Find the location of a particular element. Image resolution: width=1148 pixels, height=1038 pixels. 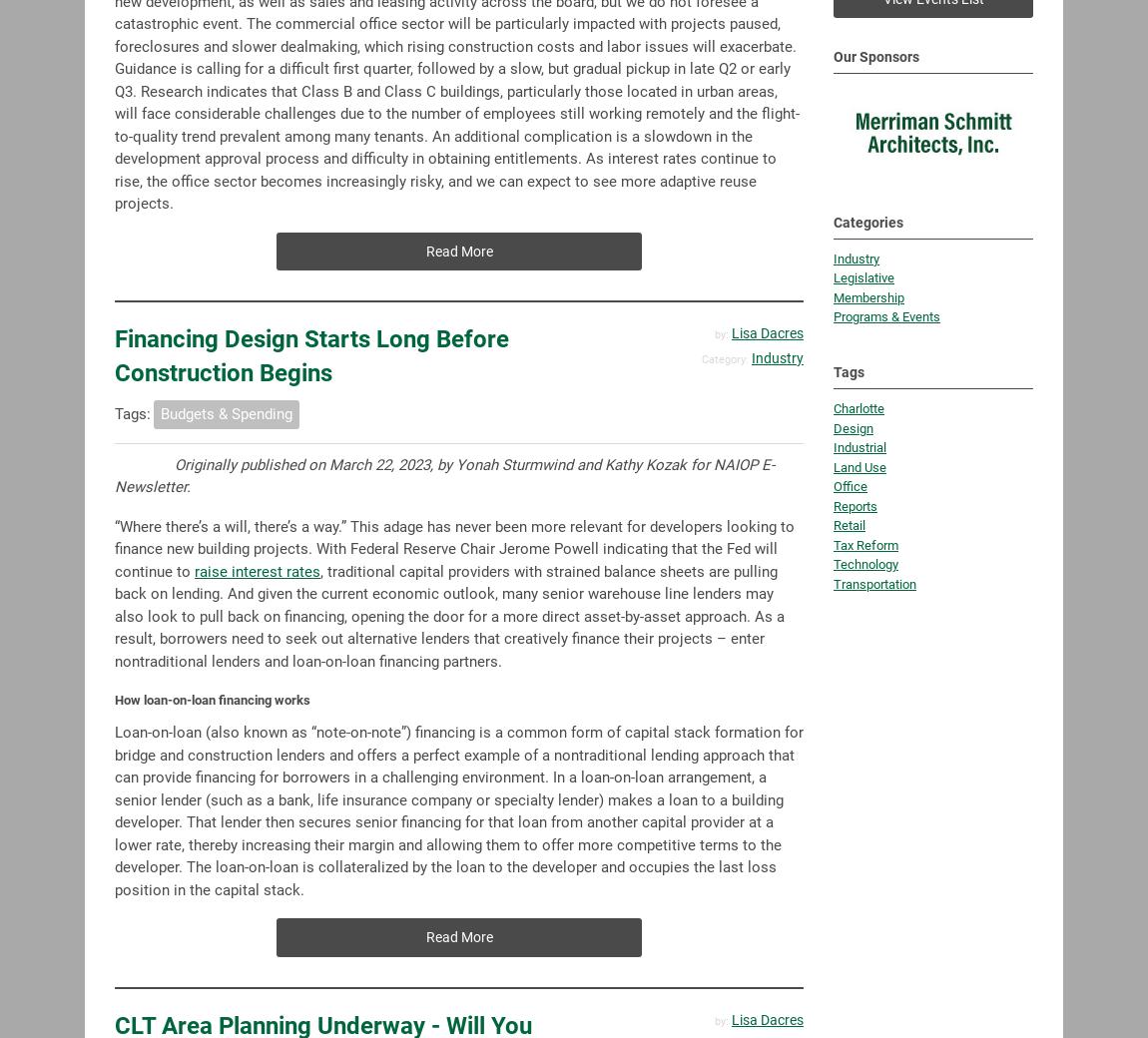

', traditional capital providers with strained balance sheets are pulling back on lending. And given the current economic outlook, many senior warehouse line lenders may also look to pull back on financing, opening the door for a more direct asset-by-asset approach. As a result, borrowers need to seek out alternative lenders that creatively finance their projects – enter nontraditional lenders and loan-on-loan financing partners.' is located at coordinates (449, 615).